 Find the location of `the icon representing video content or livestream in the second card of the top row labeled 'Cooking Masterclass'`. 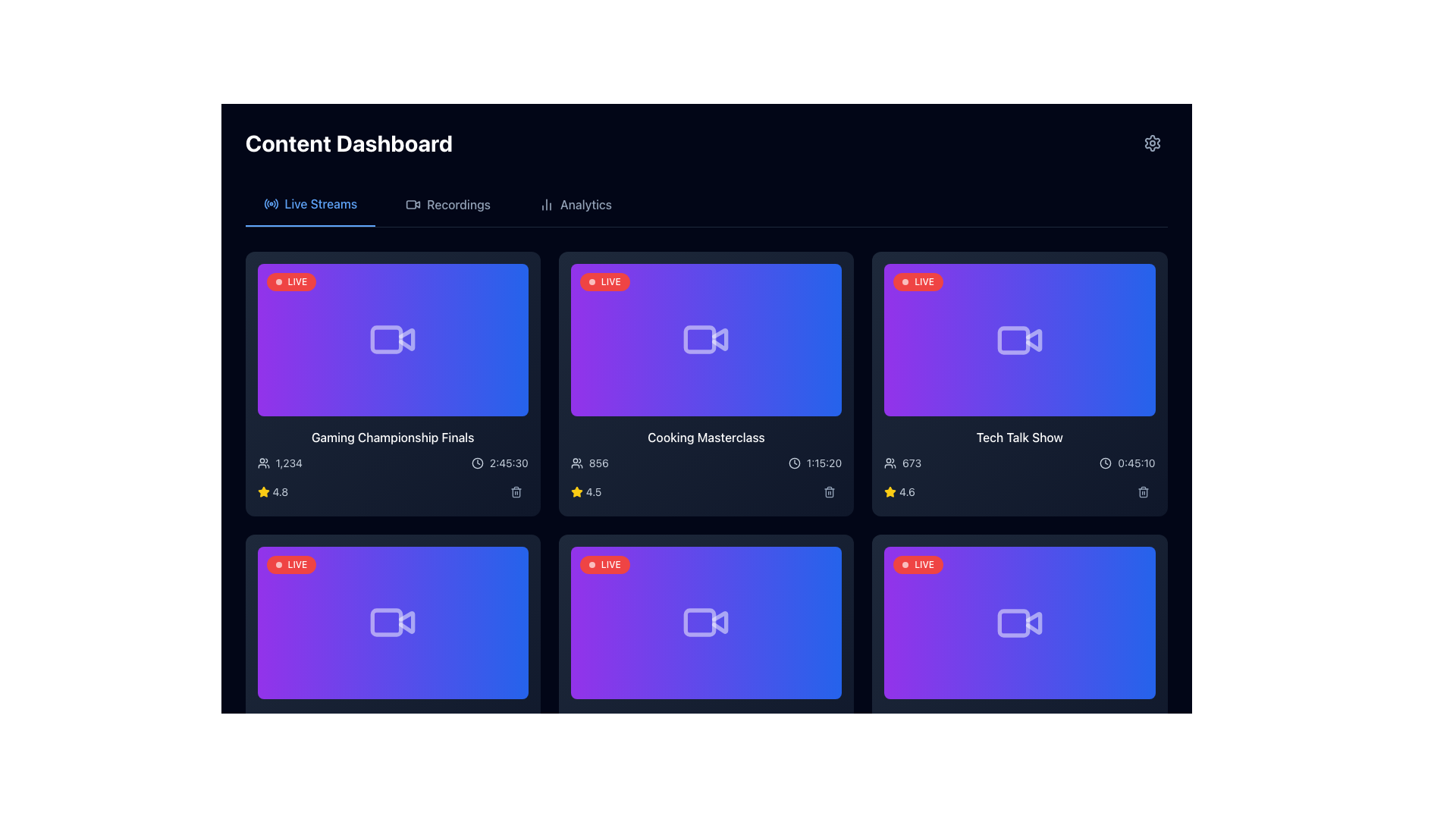

the icon representing video content or livestream in the second card of the top row labeled 'Cooking Masterclass' is located at coordinates (705, 339).